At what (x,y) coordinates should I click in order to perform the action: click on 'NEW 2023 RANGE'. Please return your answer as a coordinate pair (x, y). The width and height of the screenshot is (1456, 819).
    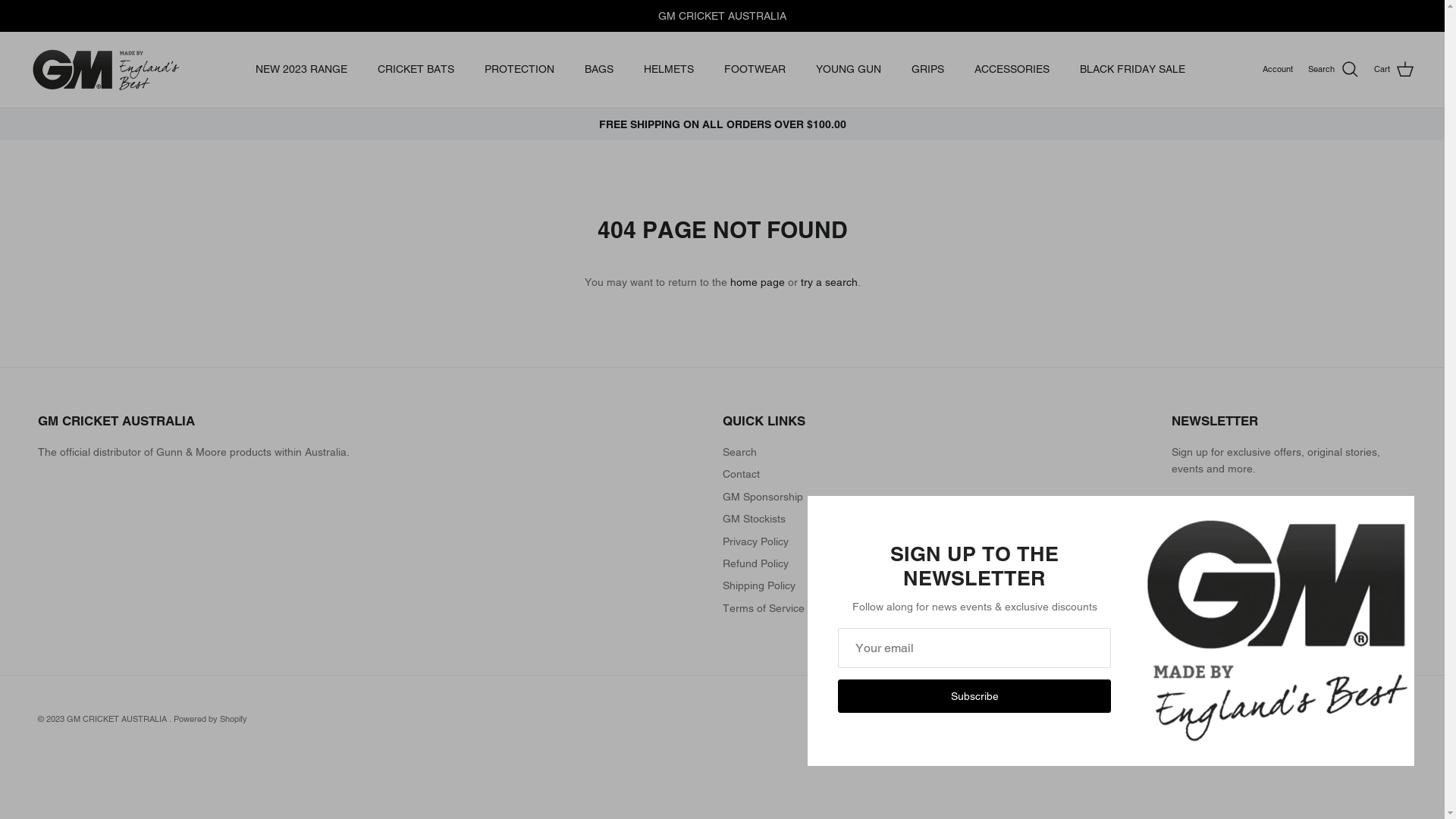
    Looking at the image, I should click on (301, 69).